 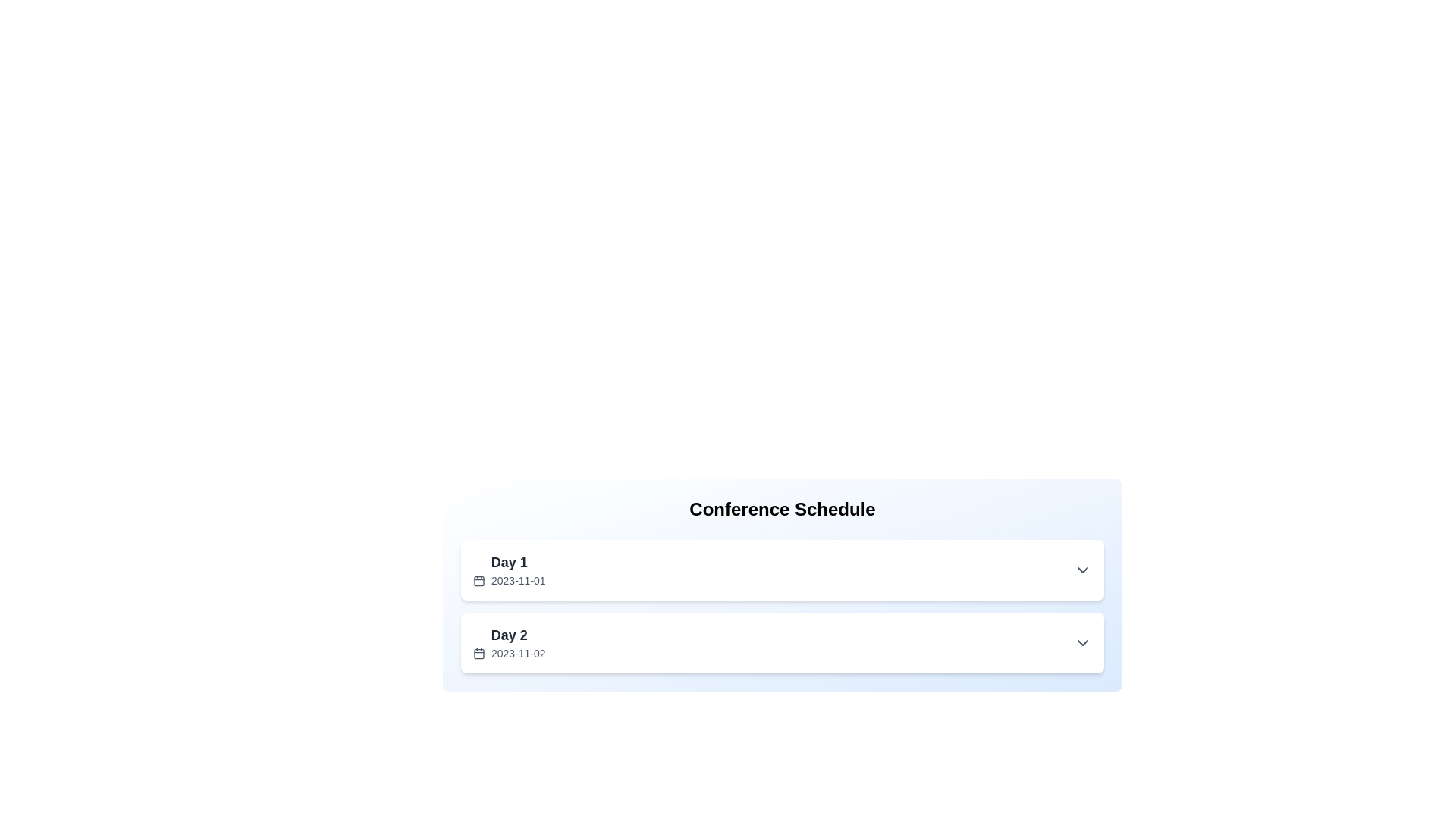 What do you see at coordinates (783, 570) in the screenshot?
I see `the first collapsible list item representing the schedule for the first day of the event` at bounding box center [783, 570].